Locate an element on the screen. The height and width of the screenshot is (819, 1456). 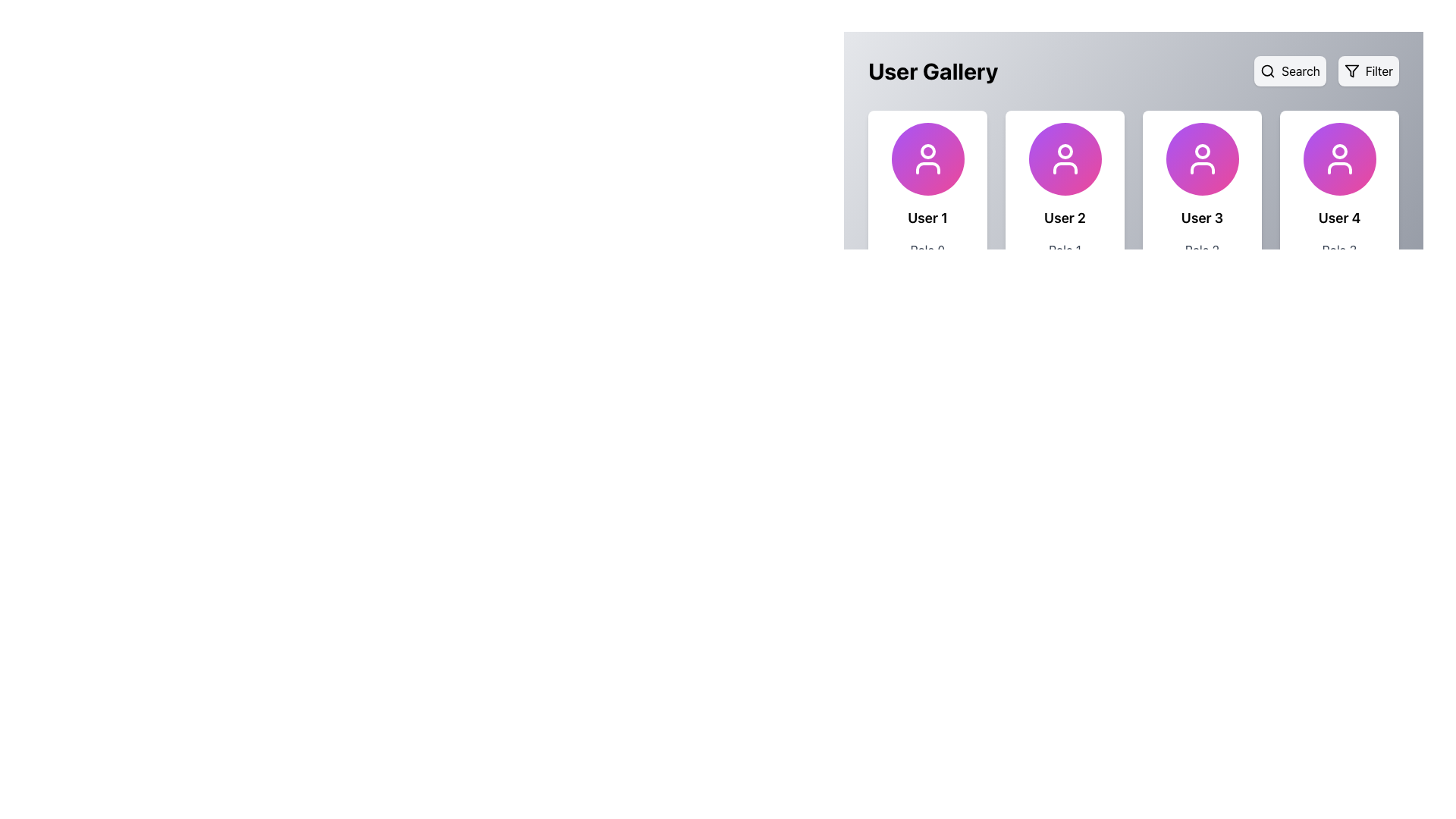
the user profile icon in the third card of the 'User Gallery' section is located at coordinates (1201, 158).